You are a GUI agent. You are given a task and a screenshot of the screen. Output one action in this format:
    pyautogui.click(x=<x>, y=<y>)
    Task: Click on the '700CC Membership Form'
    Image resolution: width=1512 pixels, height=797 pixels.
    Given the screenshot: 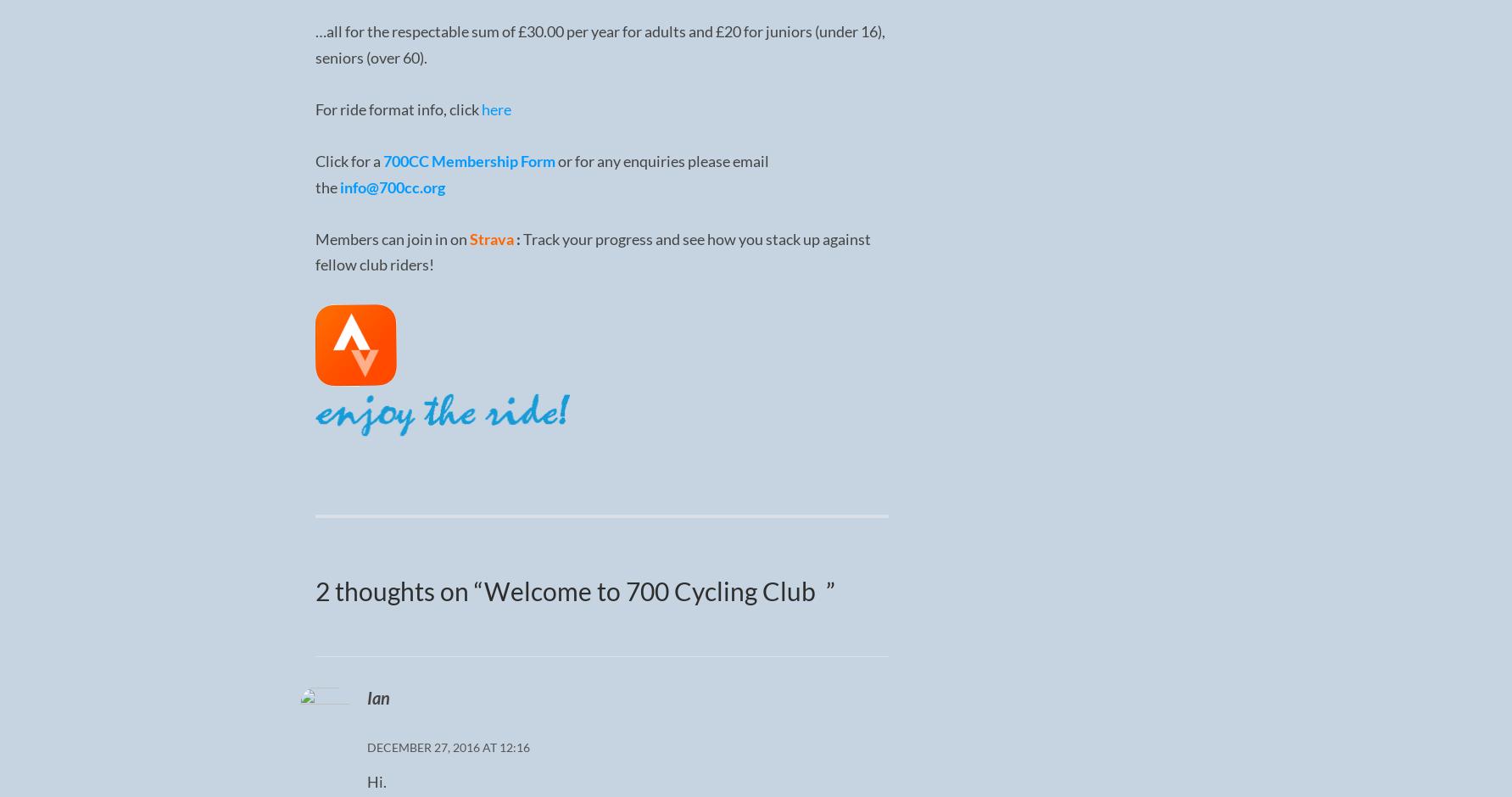 What is the action you would take?
    pyautogui.click(x=467, y=160)
    